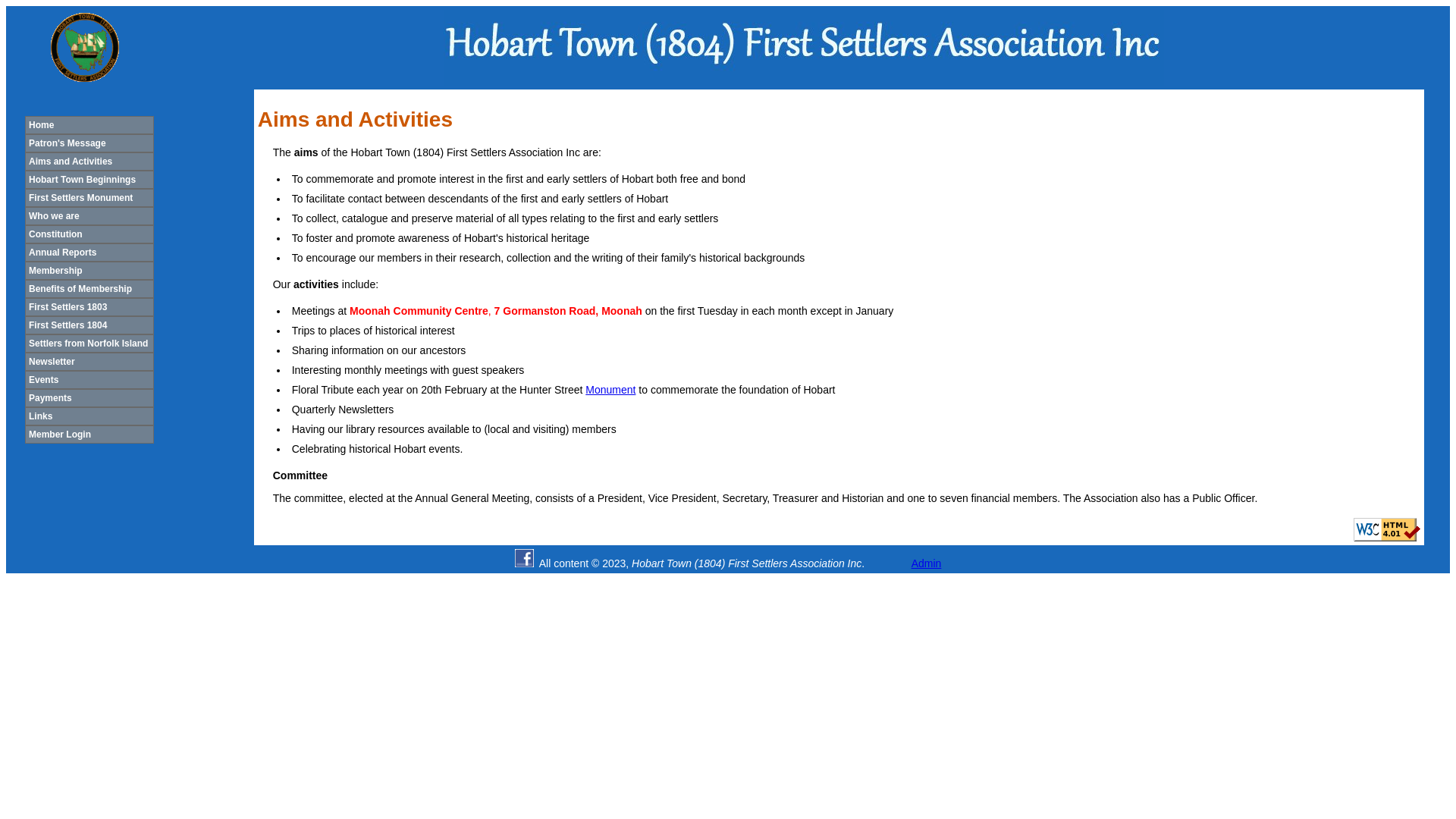  I want to click on 'Home', so click(25, 124).